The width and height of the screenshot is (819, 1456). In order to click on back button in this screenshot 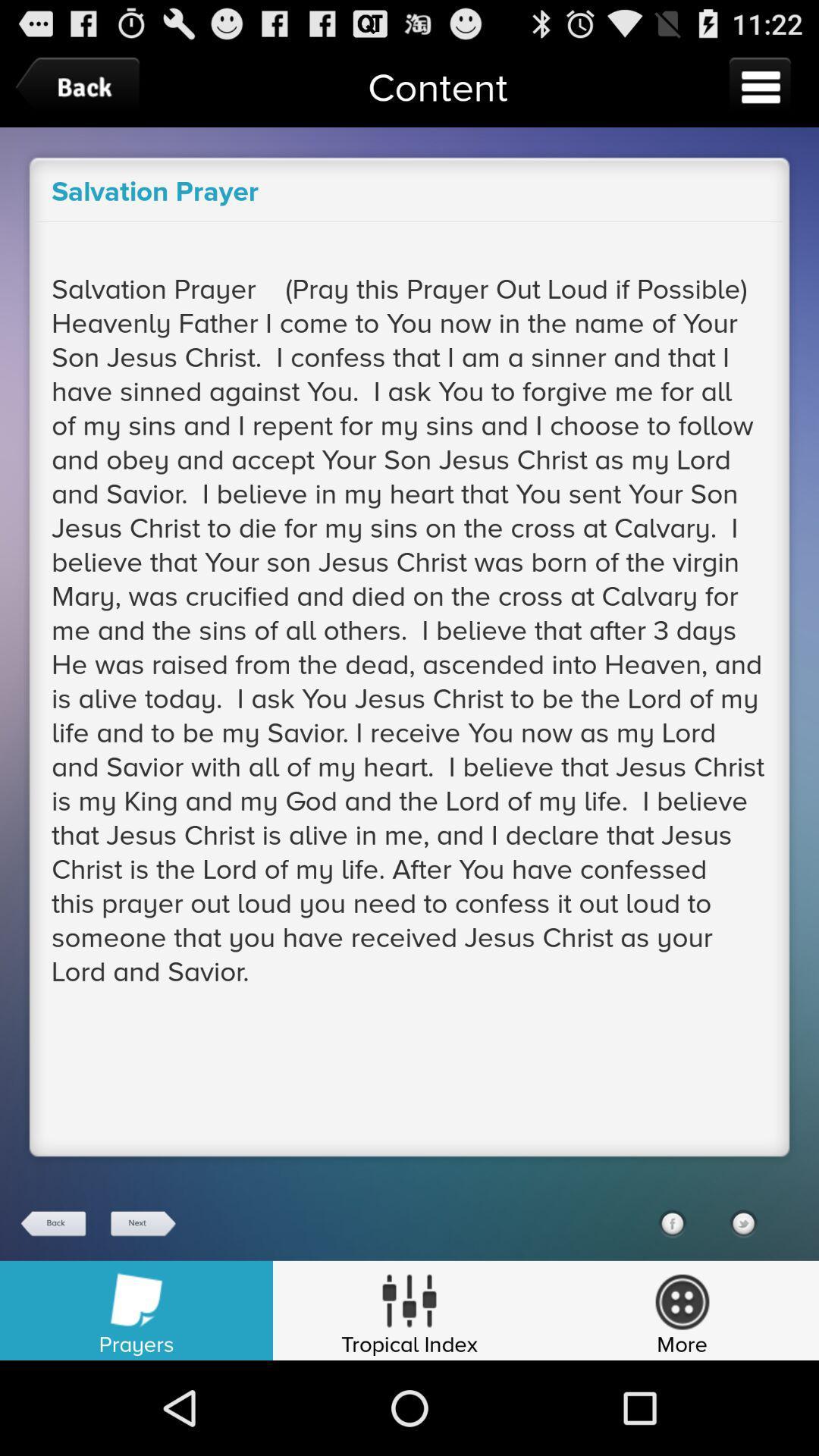, I will do `click(53, 1223)`.